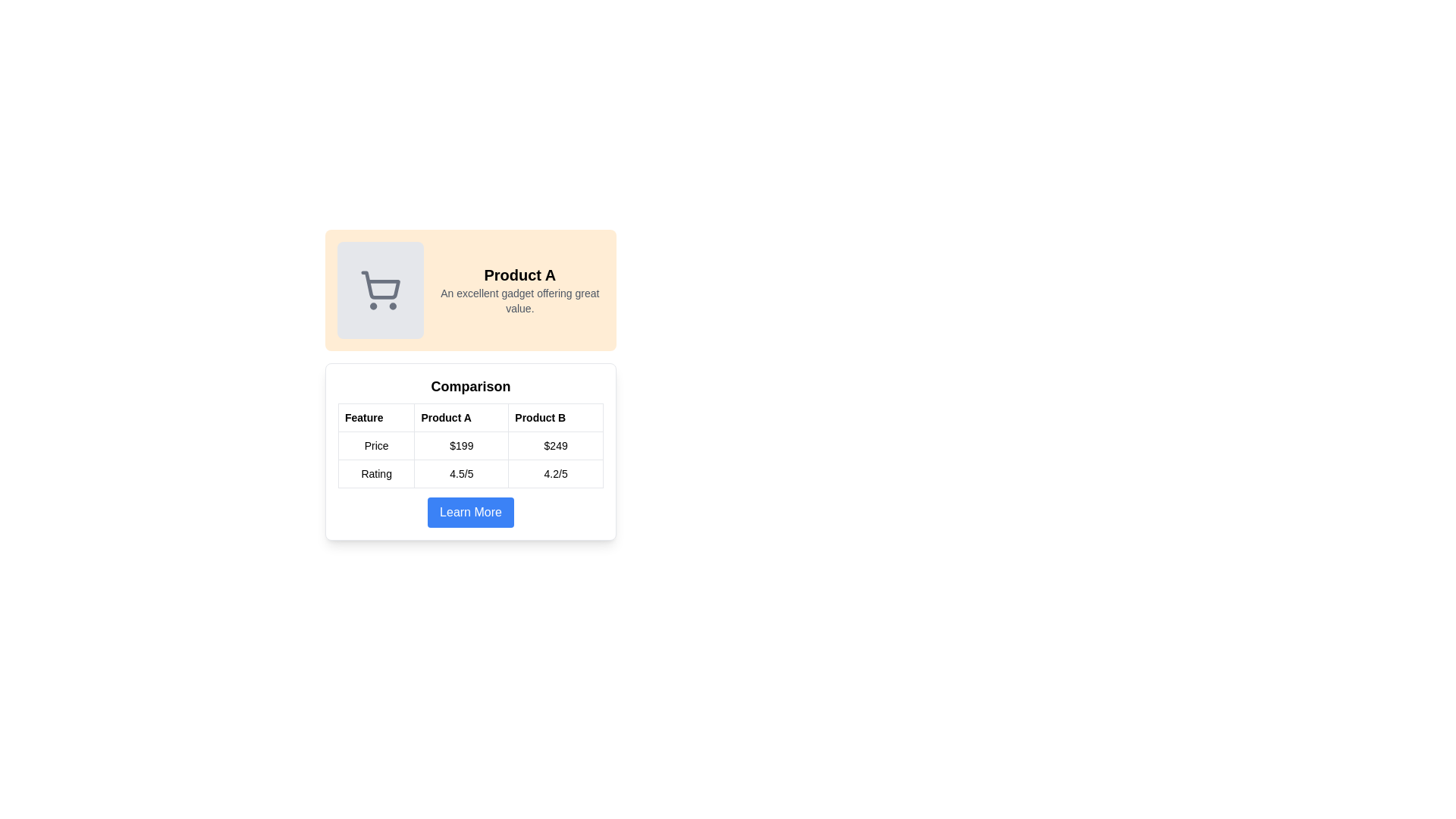 This screenshot has height=819, width=1456. Describe the element at coordinates (376, 472) in the screenshot. I see `the Text label that indicates the rating category for the items being compared, located in the left column of a three-column row within a comparison table` at that location.